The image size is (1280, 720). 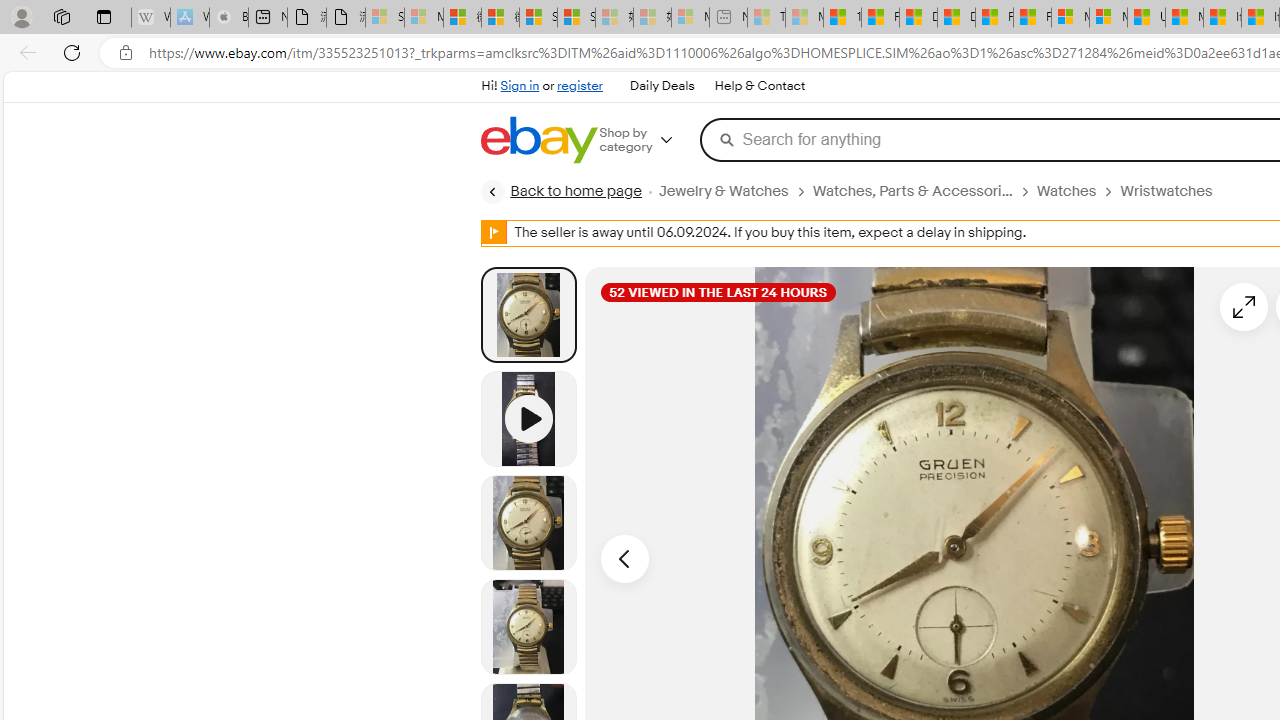 I want to click on 'Watches', so click(x=1077, y=191).